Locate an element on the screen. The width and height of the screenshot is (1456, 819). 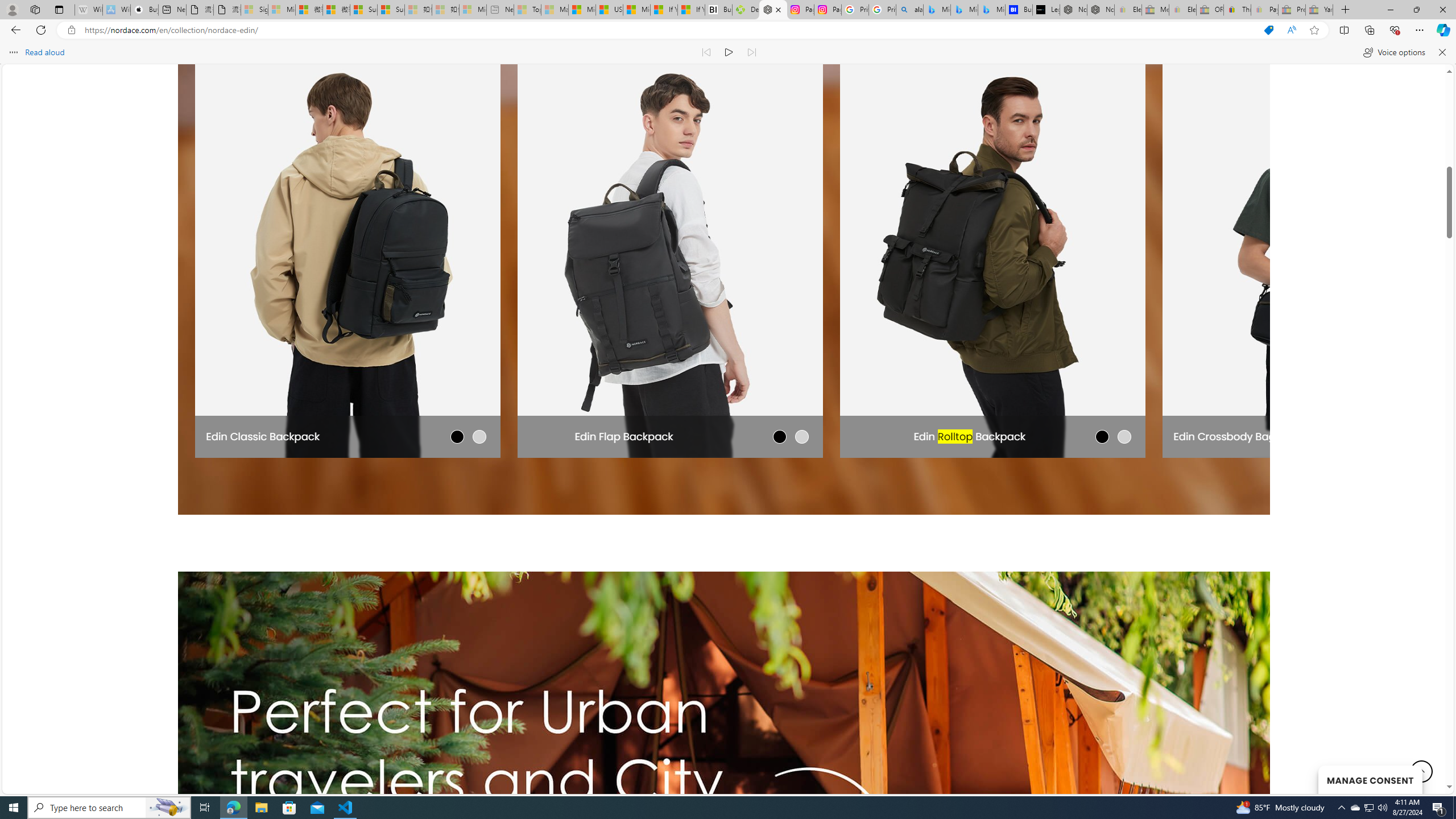
'Microsoft Services Agreement - Sleeping' is located at coordinates (281, 9).